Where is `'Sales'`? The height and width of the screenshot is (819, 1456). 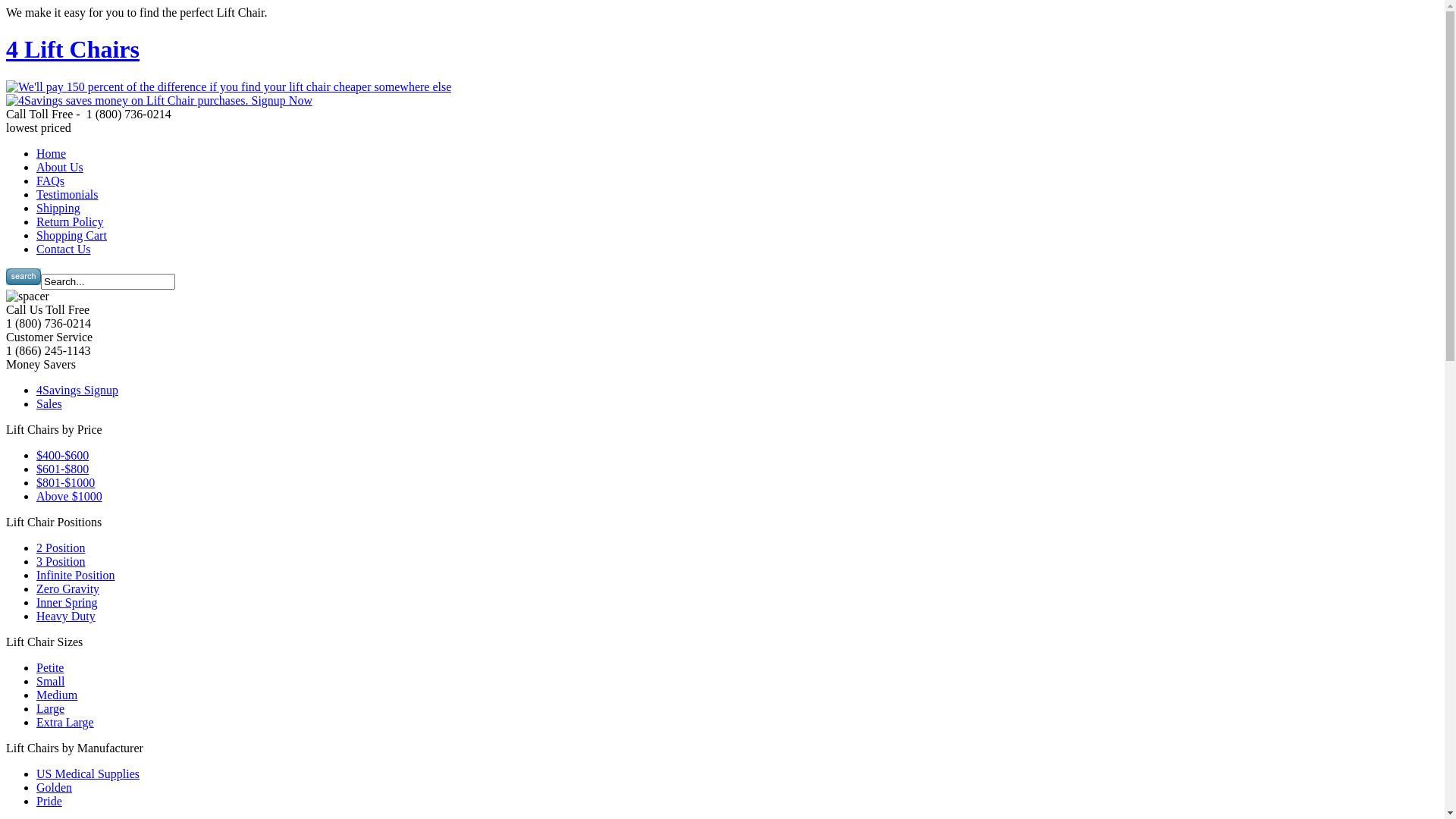
'Sales' is located at coordinates (49, 403).